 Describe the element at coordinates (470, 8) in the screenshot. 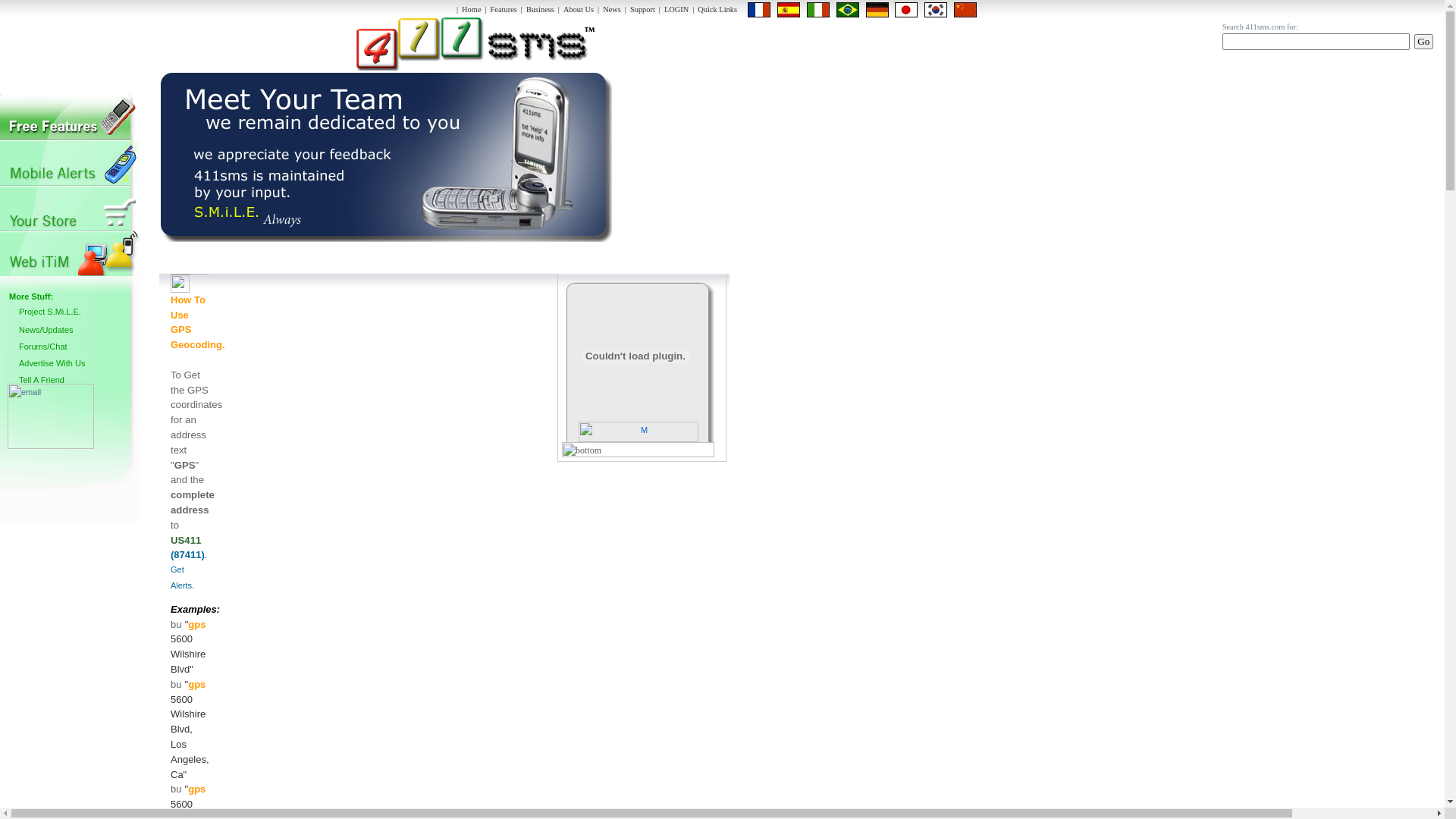

I see `'Home'` at that location.